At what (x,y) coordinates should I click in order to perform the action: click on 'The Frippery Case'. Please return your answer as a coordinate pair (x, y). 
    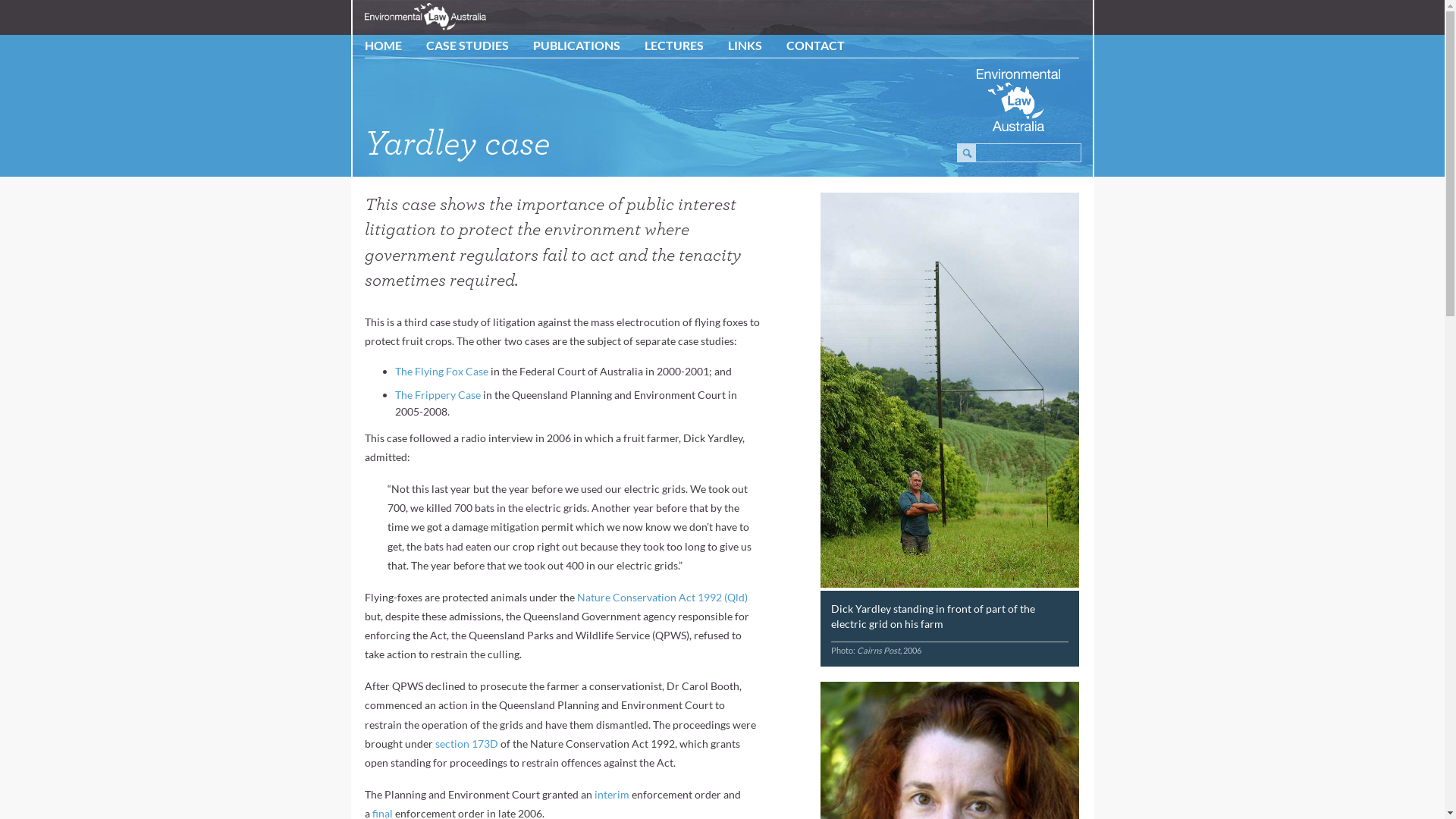
    Looking at the image, I should click on (437, 394).